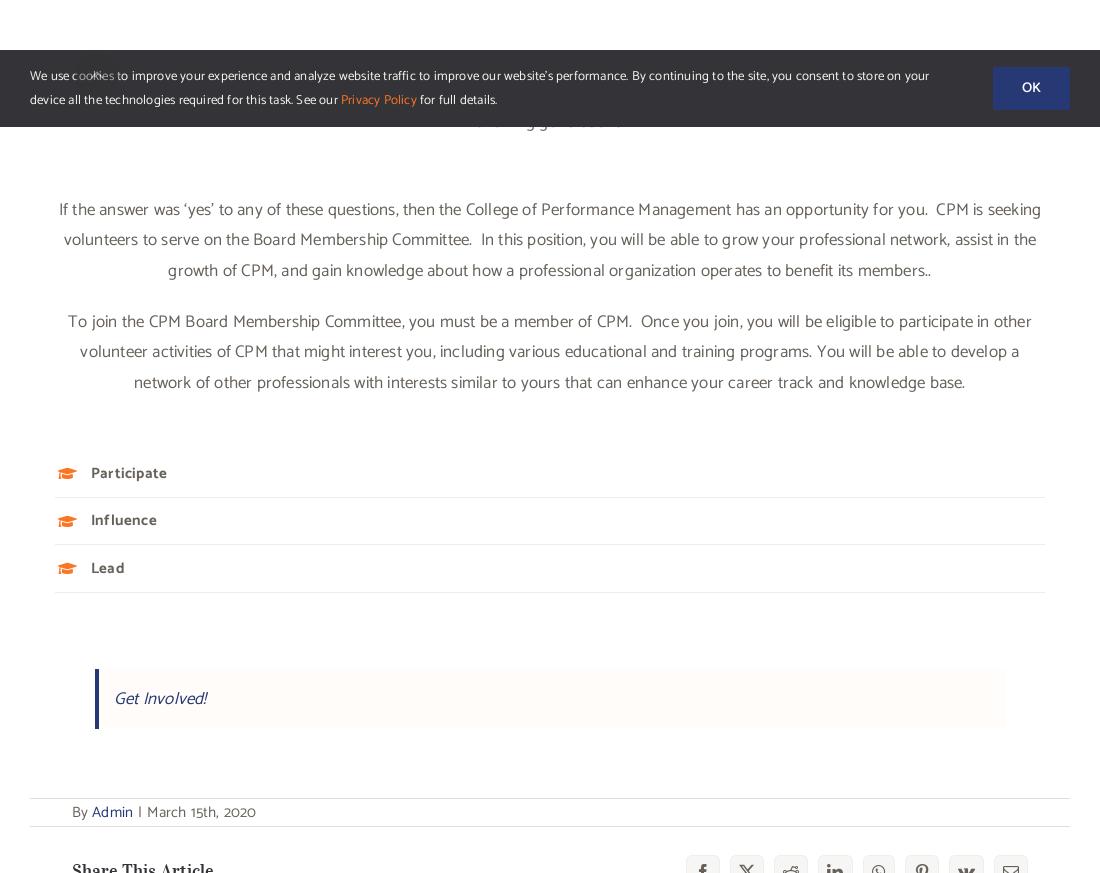  I want to click on 'If the answer was ‘yes’ to any of these questions, then the College of Performance Management has an opportunity for you.  CPM is seeking volunteers to serve on the Board Membership Committee.  In this position, you will be able to grow your professional network, assist in the growth of CPM, and gain knowledge about how a professional organization operates to benefit its members..', so click(549, 238).